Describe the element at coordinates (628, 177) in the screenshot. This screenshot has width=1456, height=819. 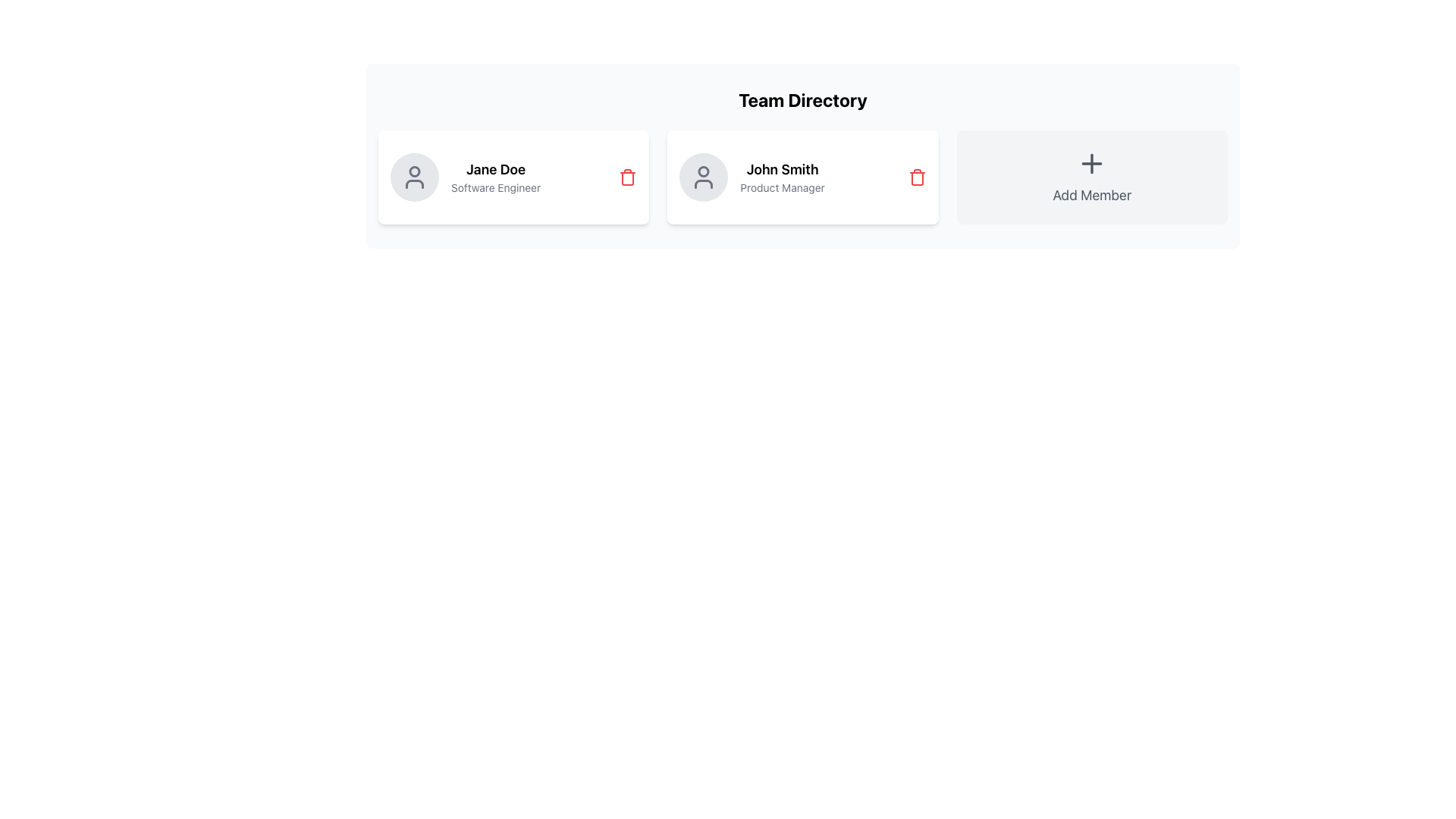
I see `the delete icon button located at the top-right corner of the card for 'Jane Doe', the Software Engineer` at that location.